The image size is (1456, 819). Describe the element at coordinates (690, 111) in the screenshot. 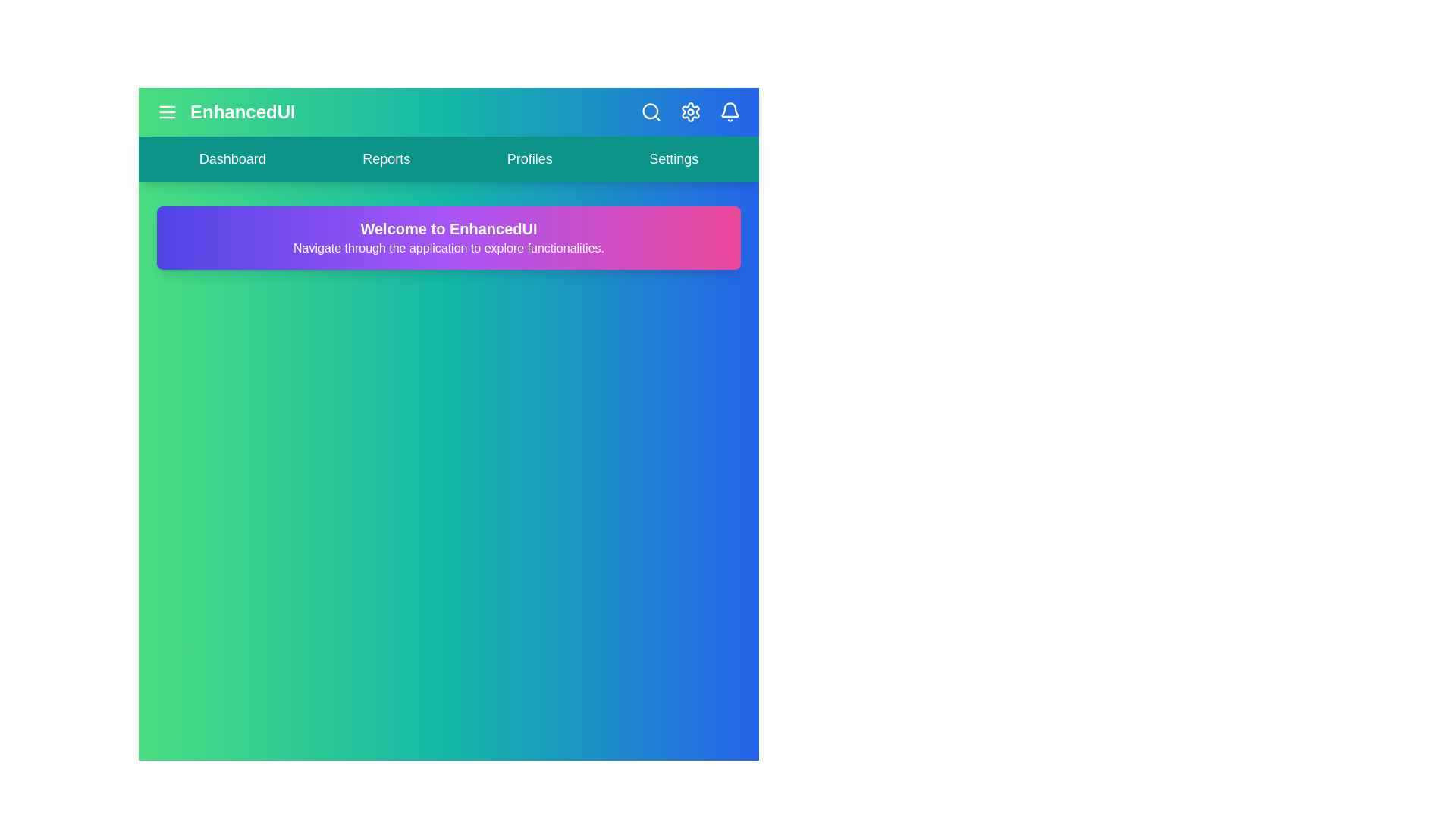

I see `the settings icon in the header` at that location.